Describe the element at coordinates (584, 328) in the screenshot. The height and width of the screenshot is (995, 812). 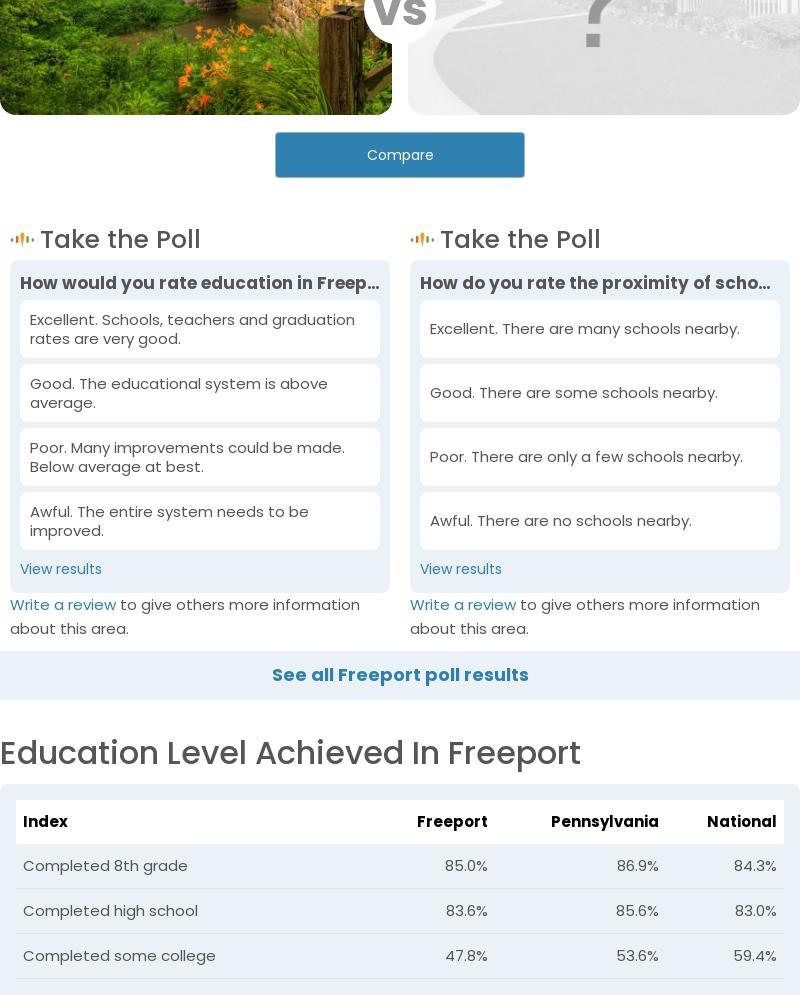
I see `'Excellent. There are many schools nearby.'` at that location.